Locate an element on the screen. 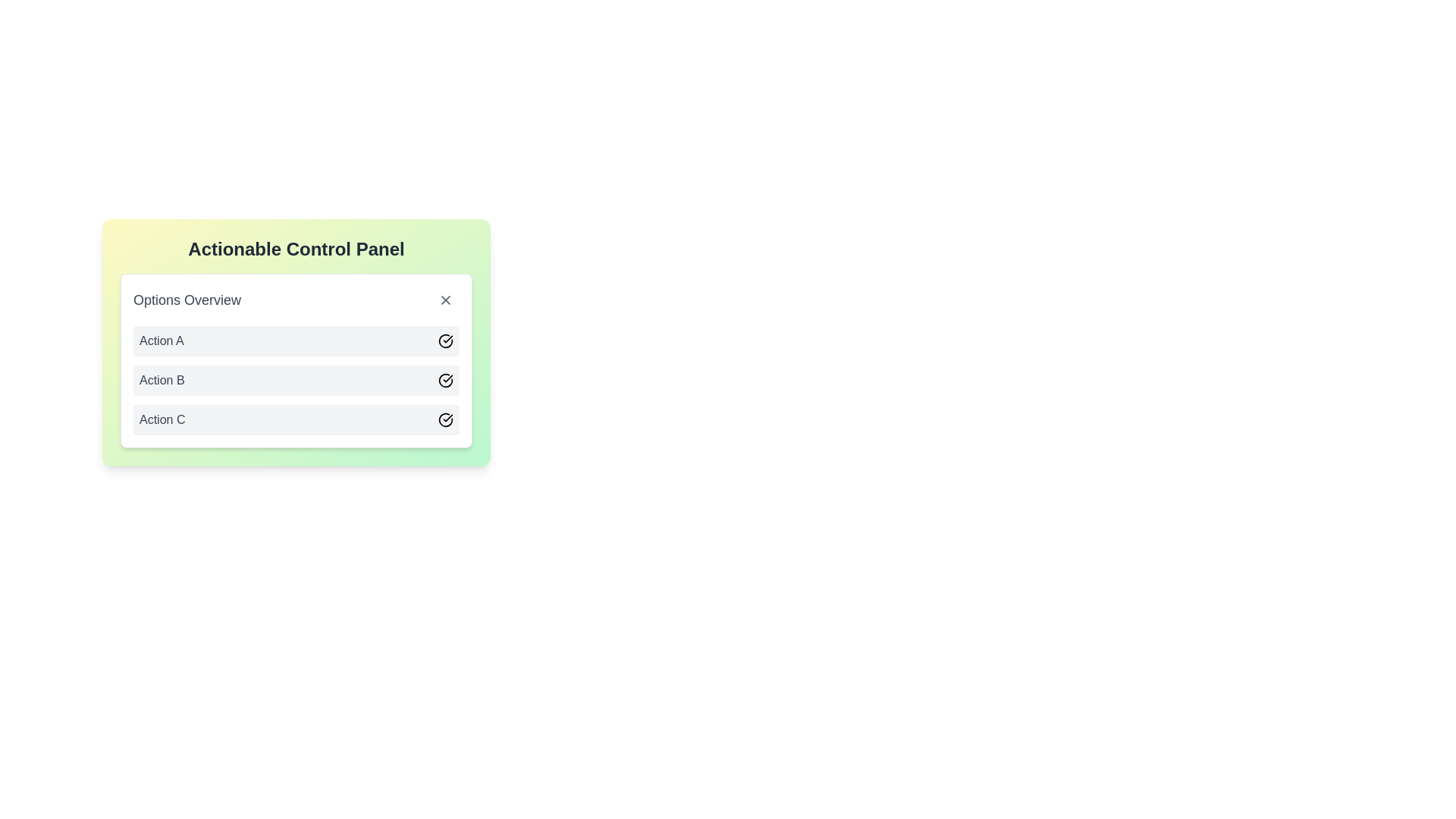 Image resolution: width=1456 pixels, height=819 pixels. the 'Options Overview' label, which is a prominent section title styled in gray, located at the top-left corner of its containing card is located at coordinates (187, 300).